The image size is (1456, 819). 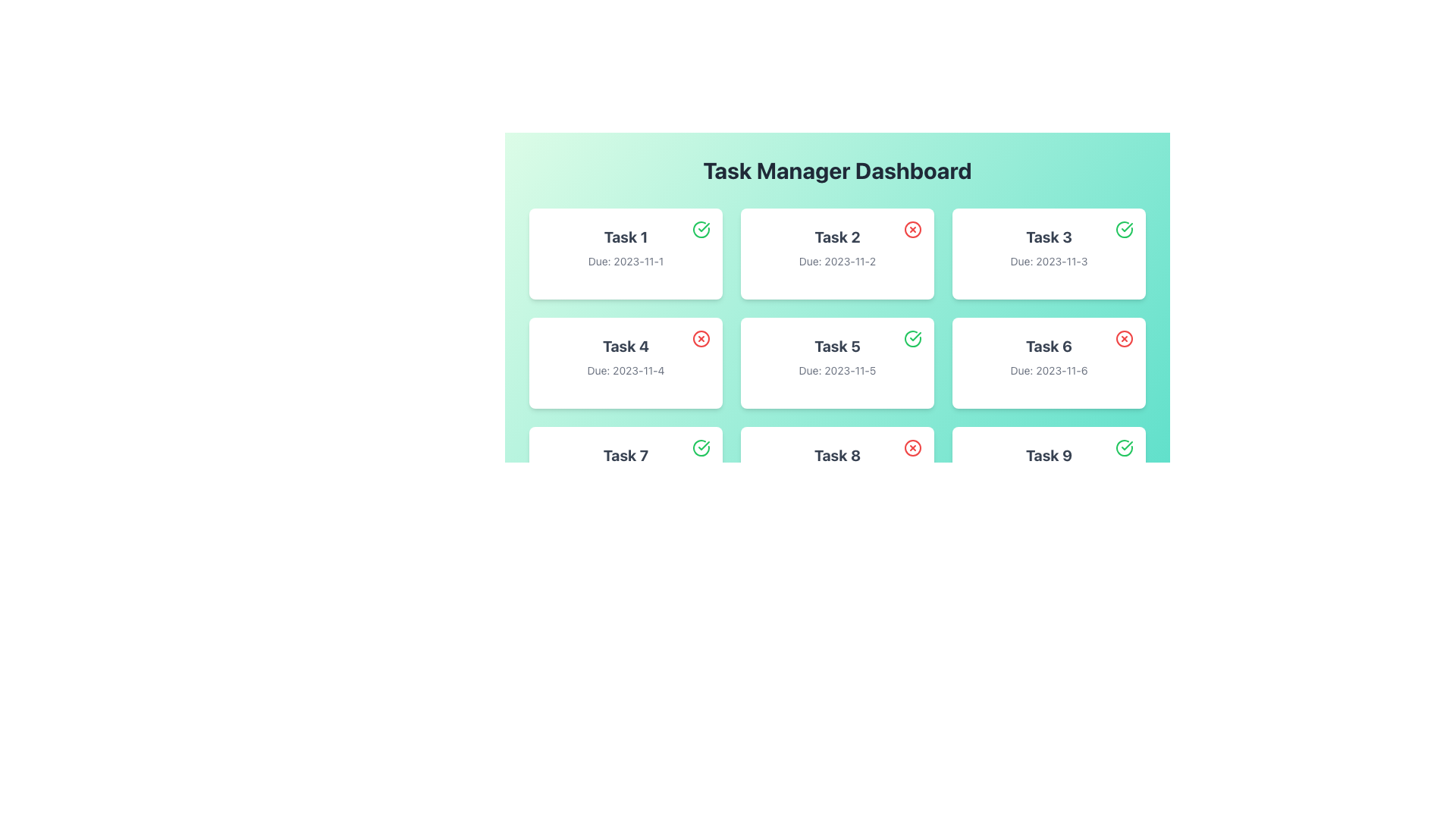 I want to click on the text element displaying the due date 'Due: 2023-11-6' located in the 'Task 6' card, positioned directly below the task's title, so click(x=1048, y=371).